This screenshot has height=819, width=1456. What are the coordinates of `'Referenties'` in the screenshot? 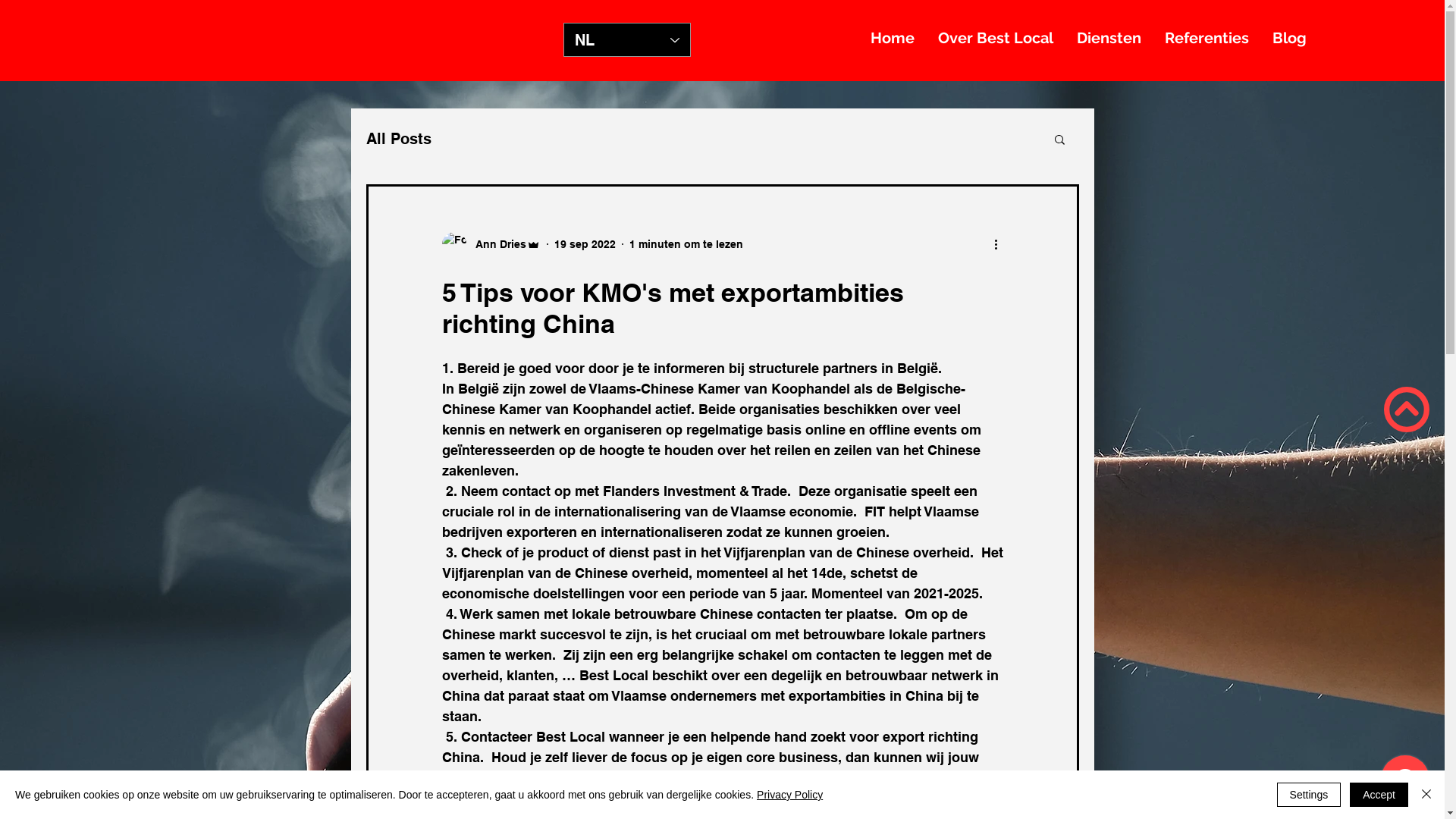 It's located at (1206, 37).